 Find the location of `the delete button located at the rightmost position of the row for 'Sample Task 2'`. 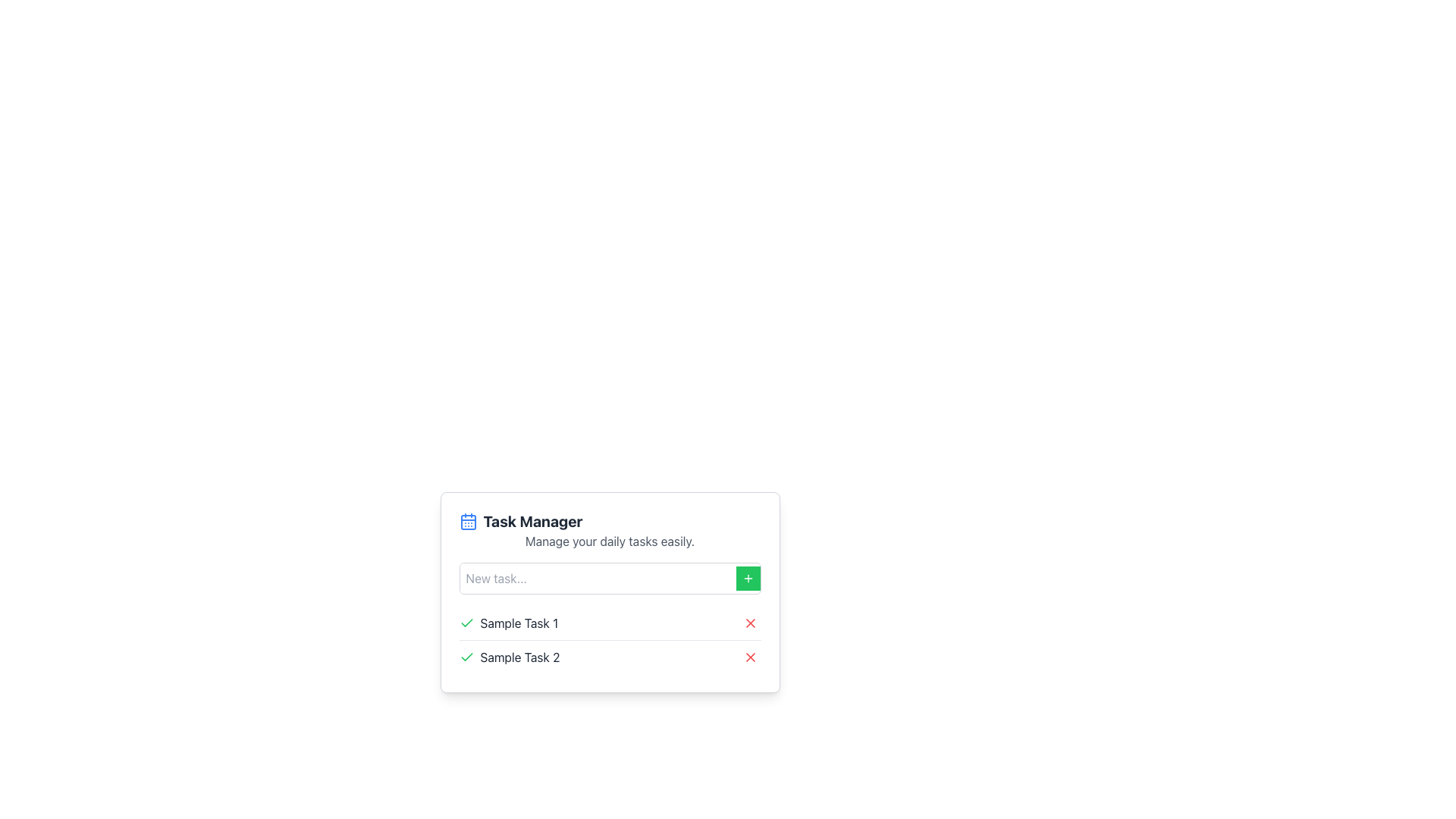

the delete button located at the rightmost position of the row for 'Sample Task 2' is located at coordinates (750, 657).